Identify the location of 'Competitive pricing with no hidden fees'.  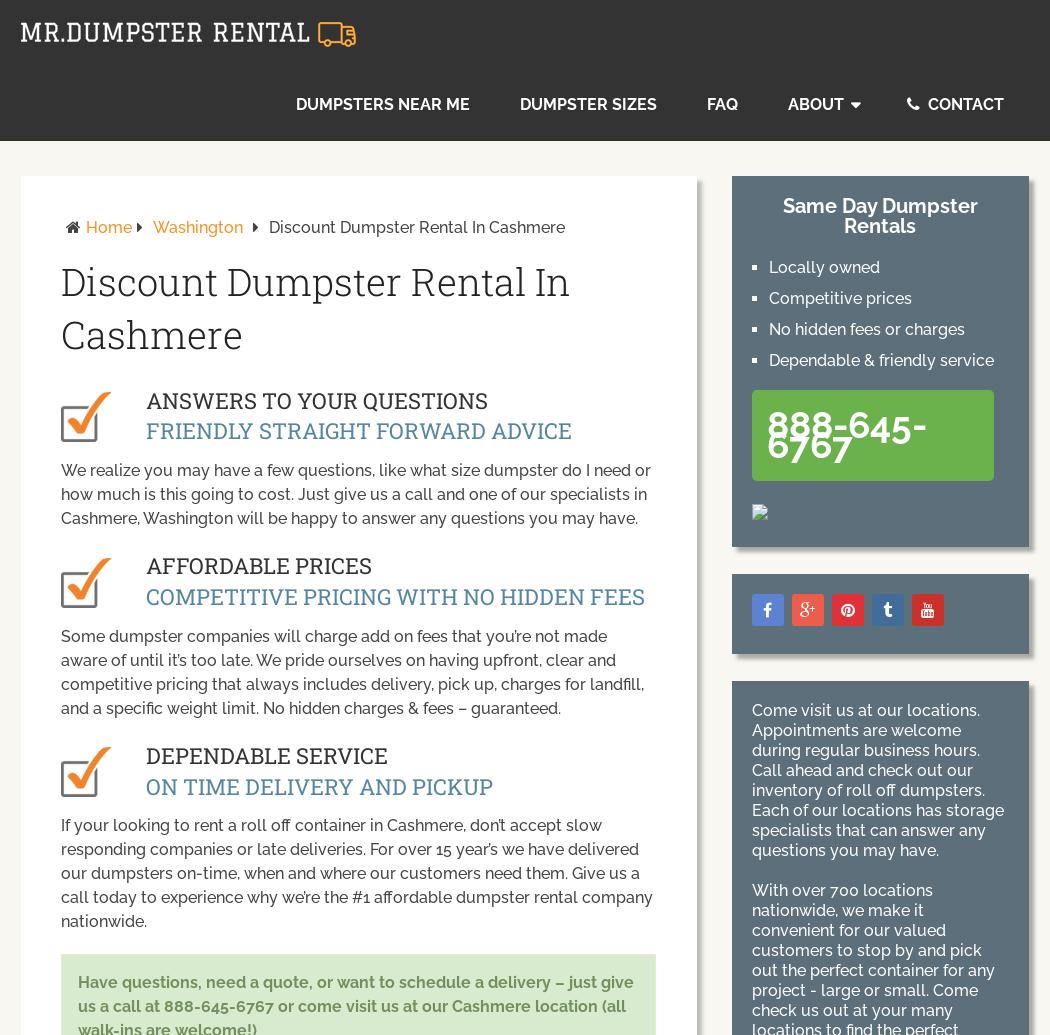
(394, 595).